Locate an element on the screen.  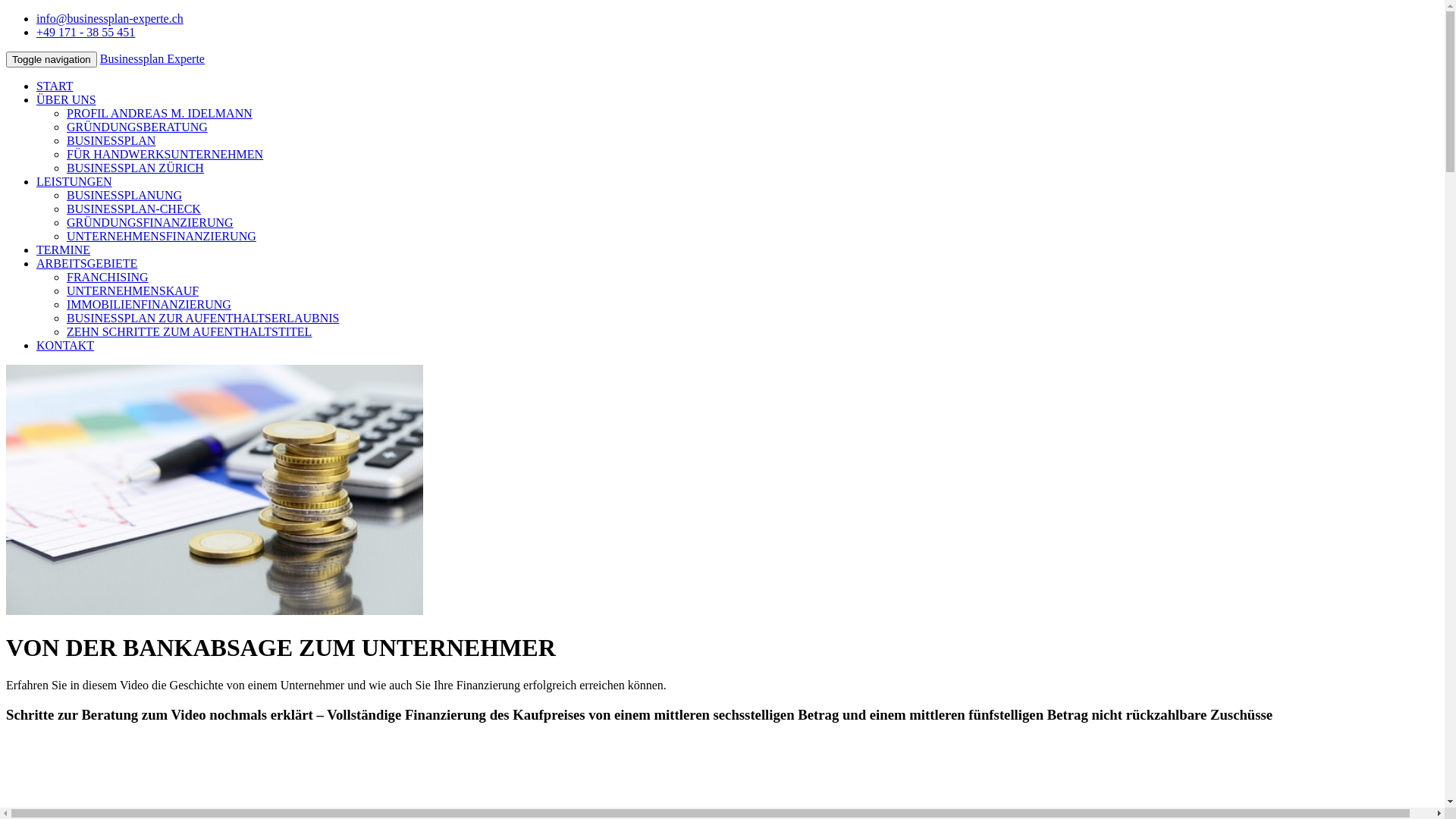
'TERMINE' is located at coordinates (62, 249).